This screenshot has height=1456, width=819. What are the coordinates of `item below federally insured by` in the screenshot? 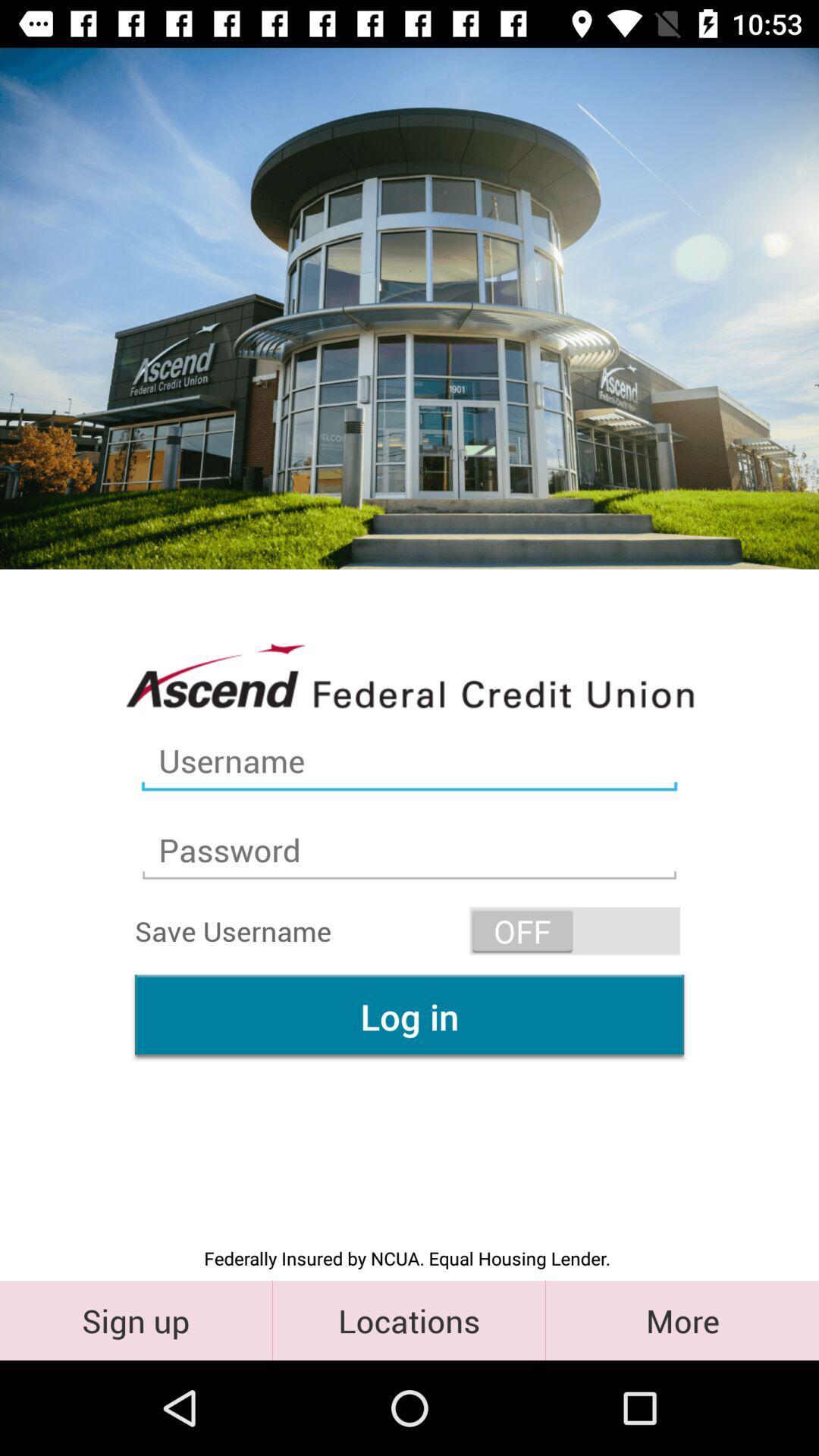 It's located at (408, 1319).